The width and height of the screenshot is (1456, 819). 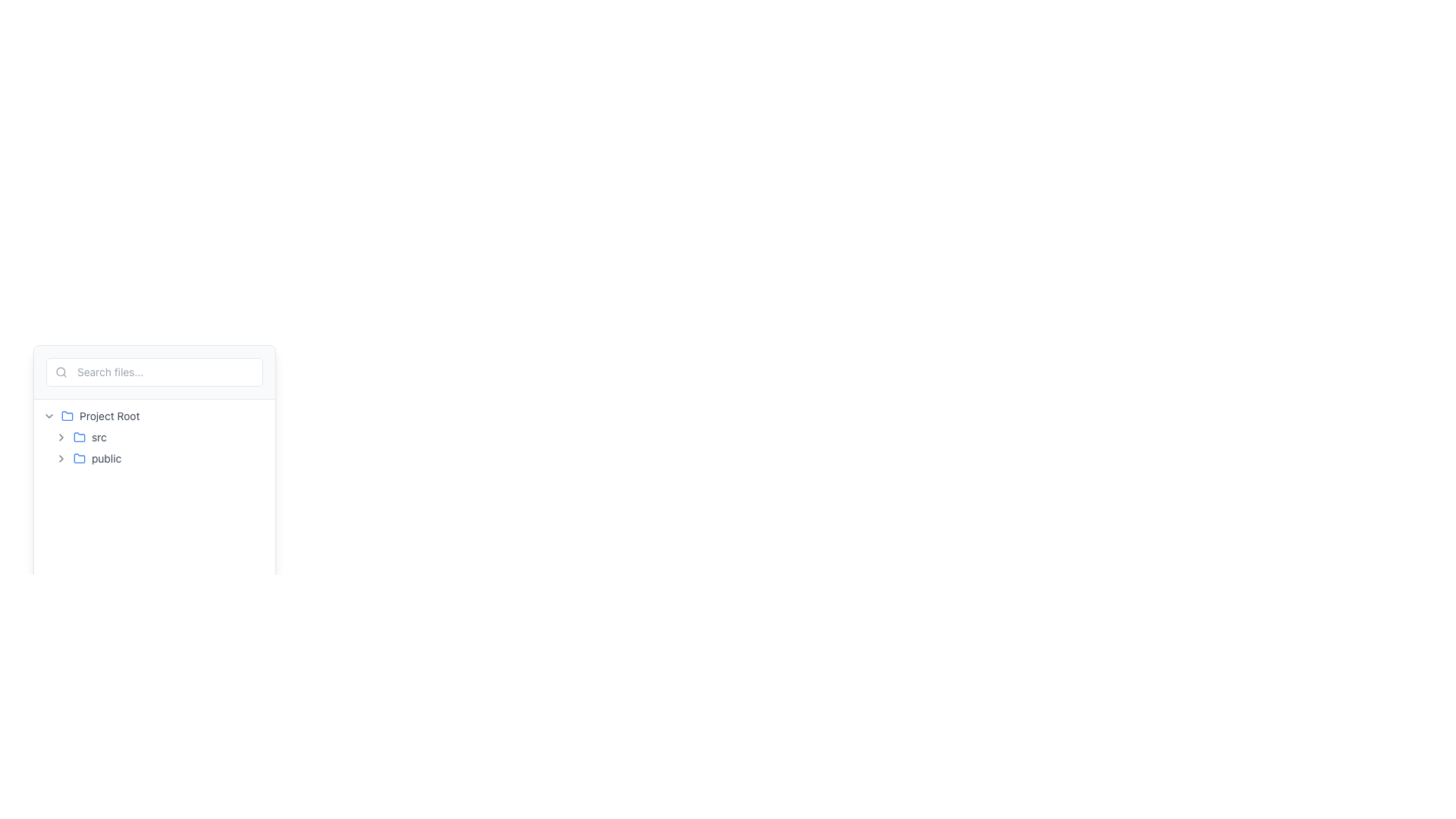 I want to click on the blue folder icon located beside the text 'public' in the file navigation sidebar under 'Project Root', so click(x=79, y=457).